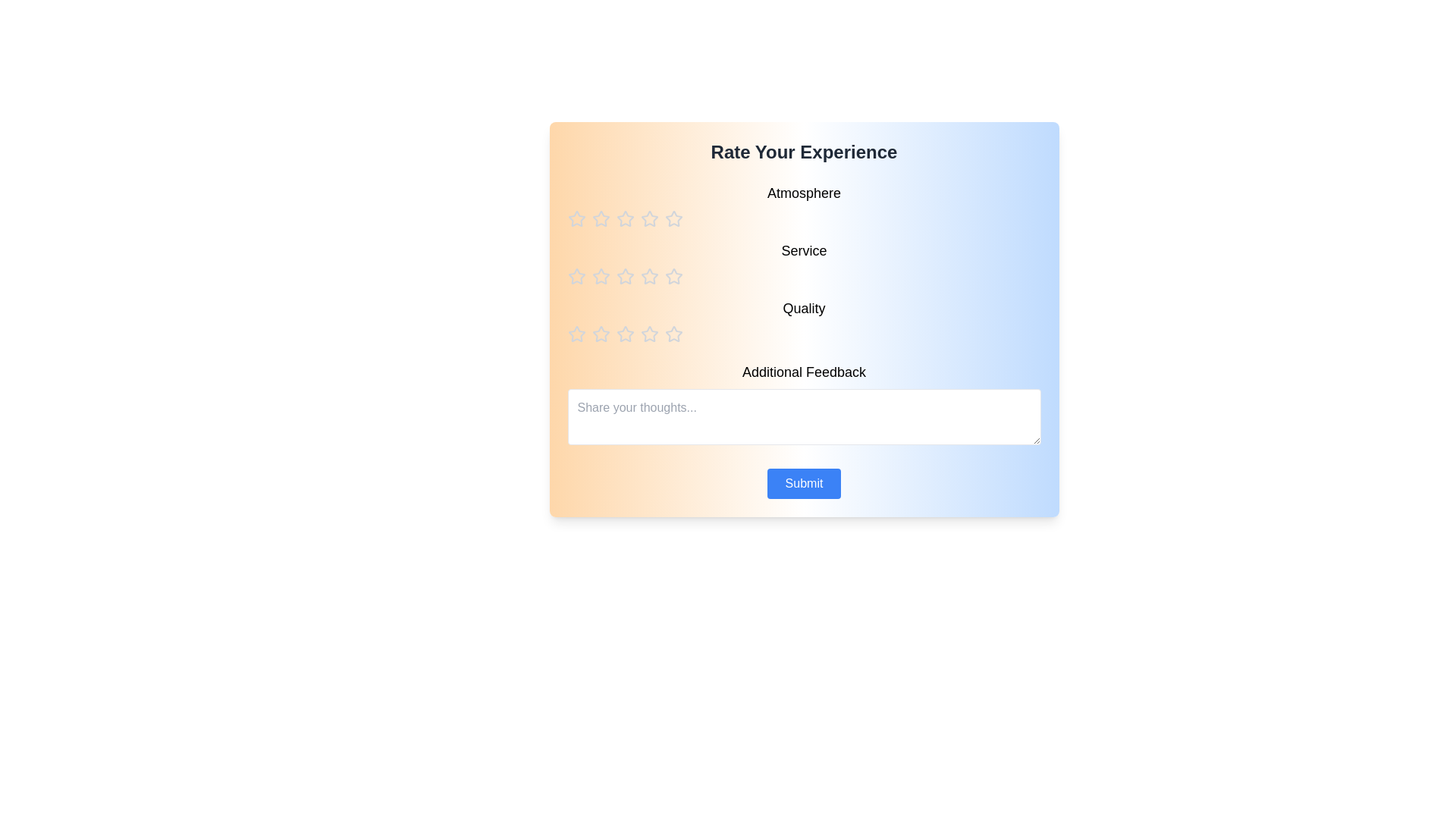 The image size is (1456, 819). Describe the element at coordinates (600, 333) in the screenshot. I see `the star corresponding to the rating 2 for the category quality` at that location.